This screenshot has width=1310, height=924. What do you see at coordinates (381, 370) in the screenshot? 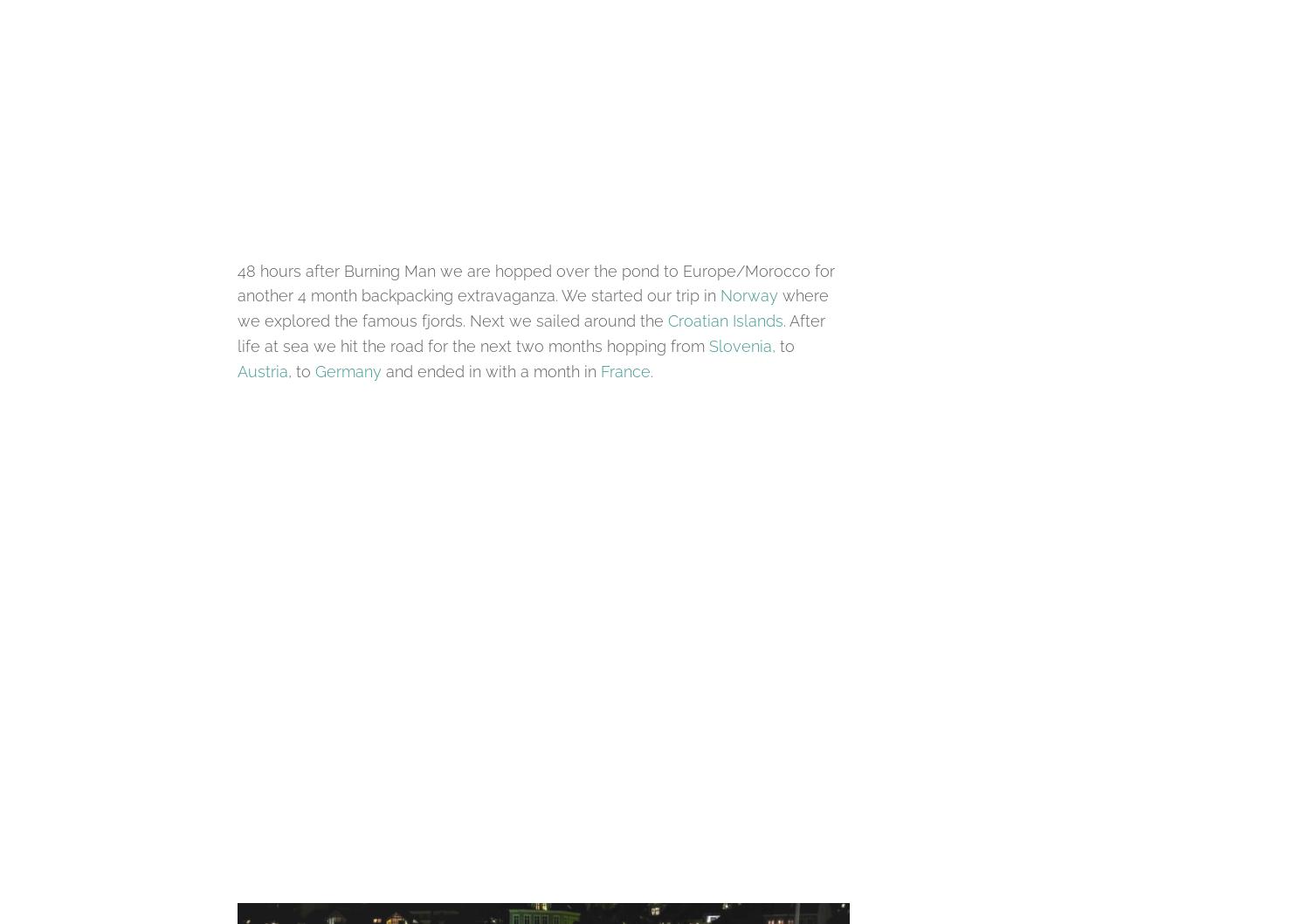
I see `'and ended in with a month in'` at bounding box center [381, 370].